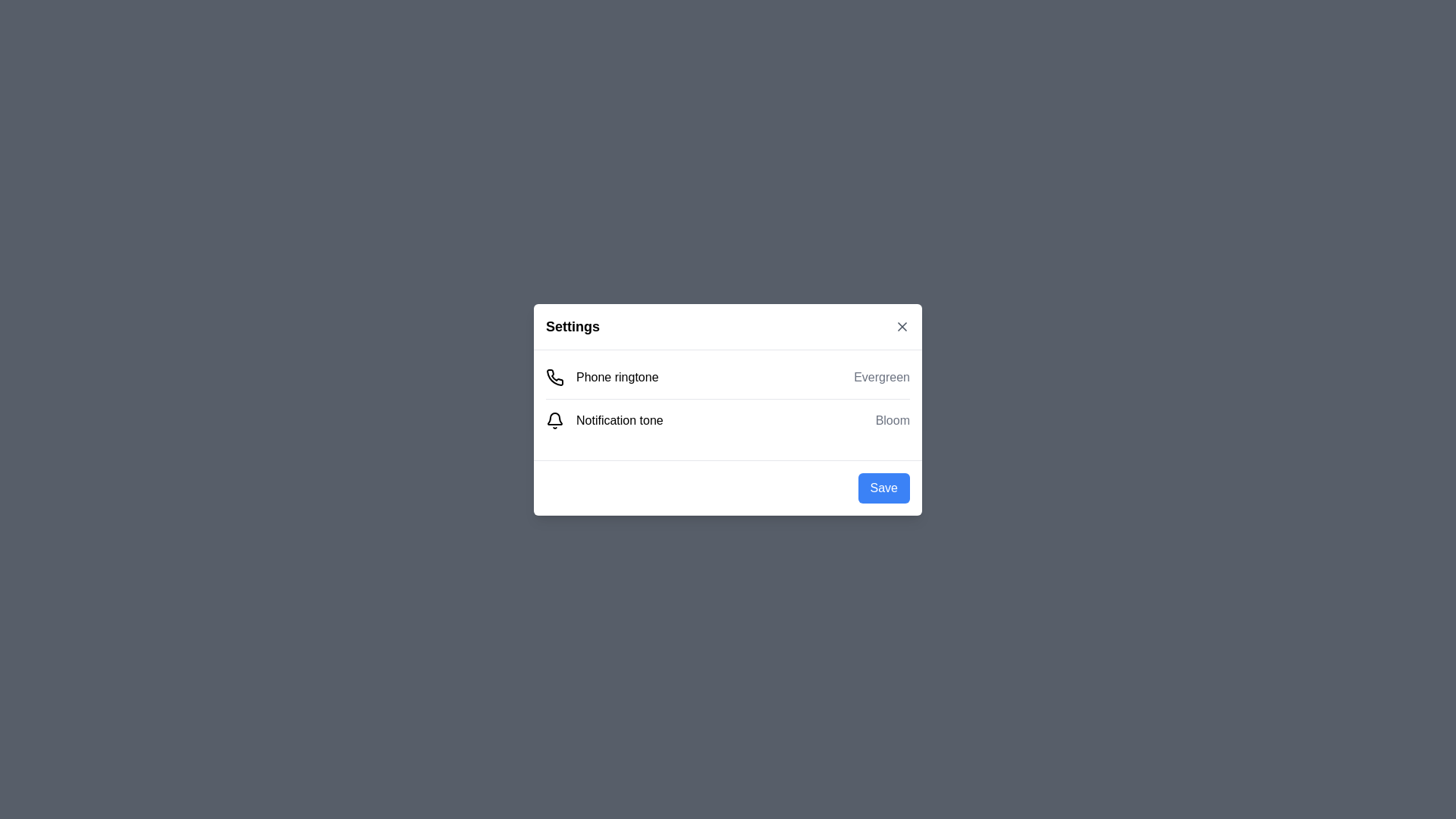 The width and height of the screenshot is (1456, 819). Describe the element at coordinates (728, 326) in the screenshot. I see `the close button located at the top of the modal dialogue box, which serves` at that location.